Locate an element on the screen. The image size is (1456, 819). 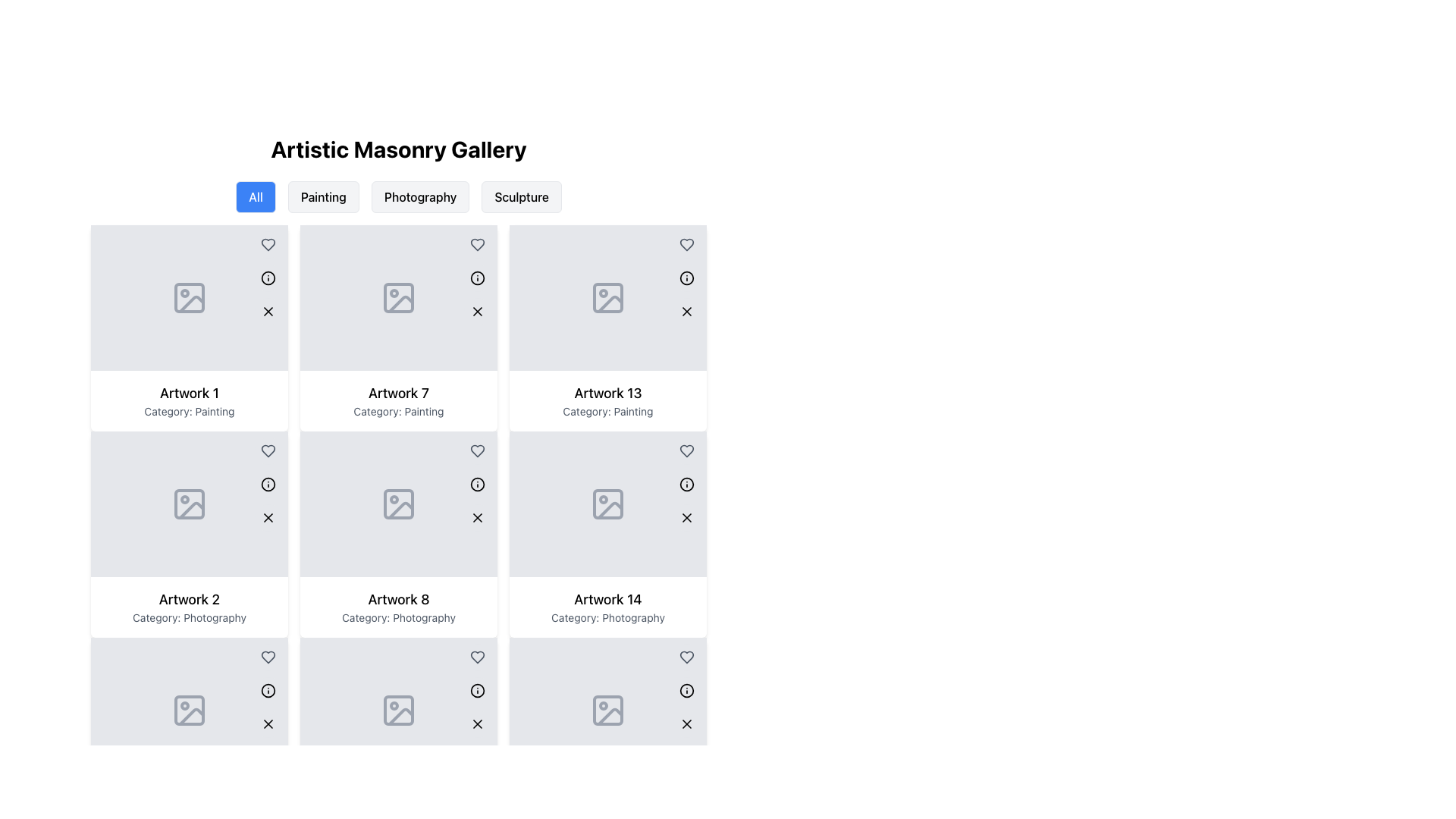
the delete button located at the top-right corner of the 'Artwork 14' card is located at coordinates (686, 723).